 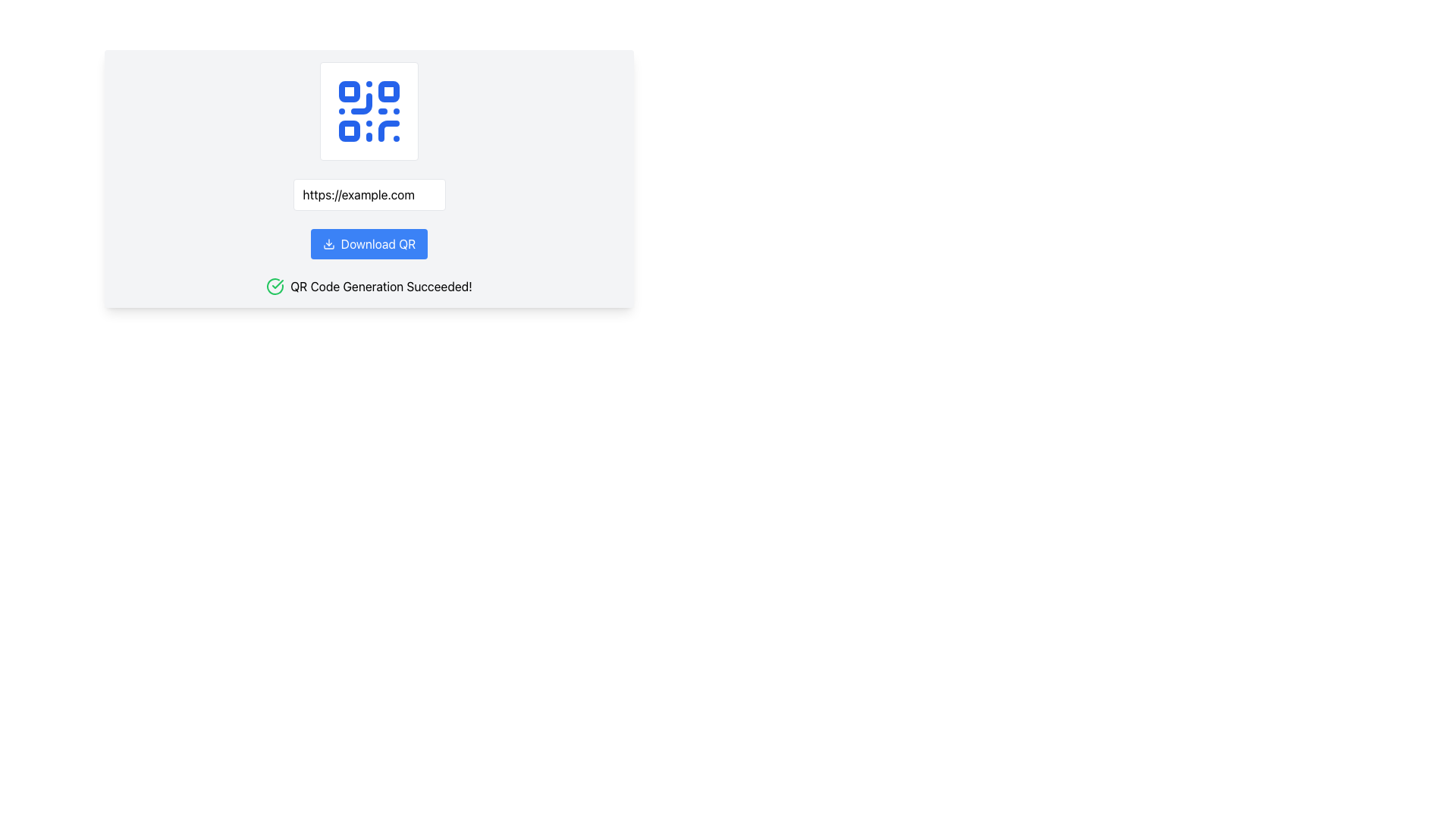 What do you see at coordinates (369, 243) in the screenshot?
I see `the download button for the generated QR code, which is located below the text input field displaying 'https://example.com' and above the text 'QR Code Generation Succeeded!'` at bounding box center [369, 243].